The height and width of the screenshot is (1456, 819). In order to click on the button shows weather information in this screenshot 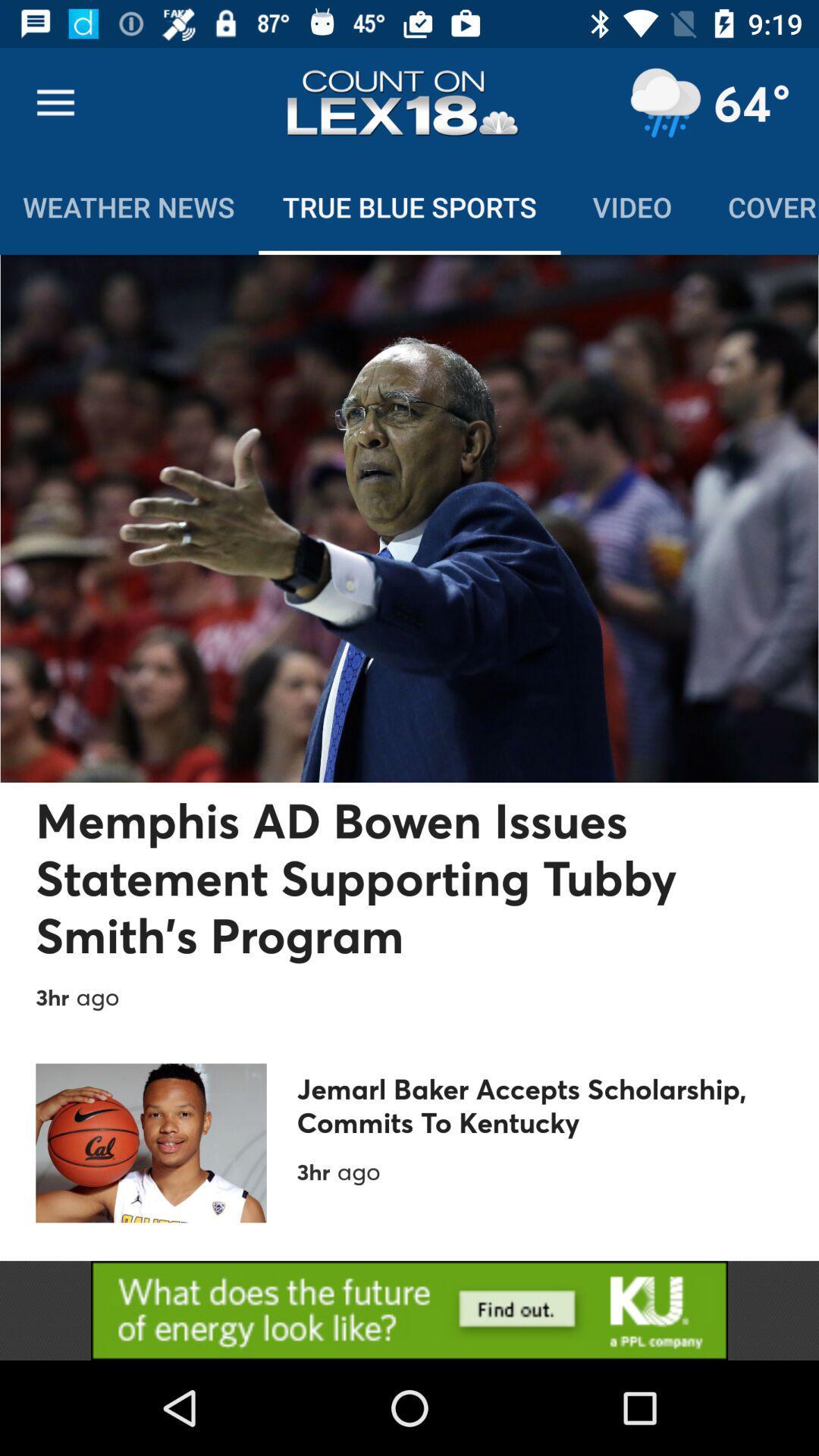, I will do `click(664, 102)`.